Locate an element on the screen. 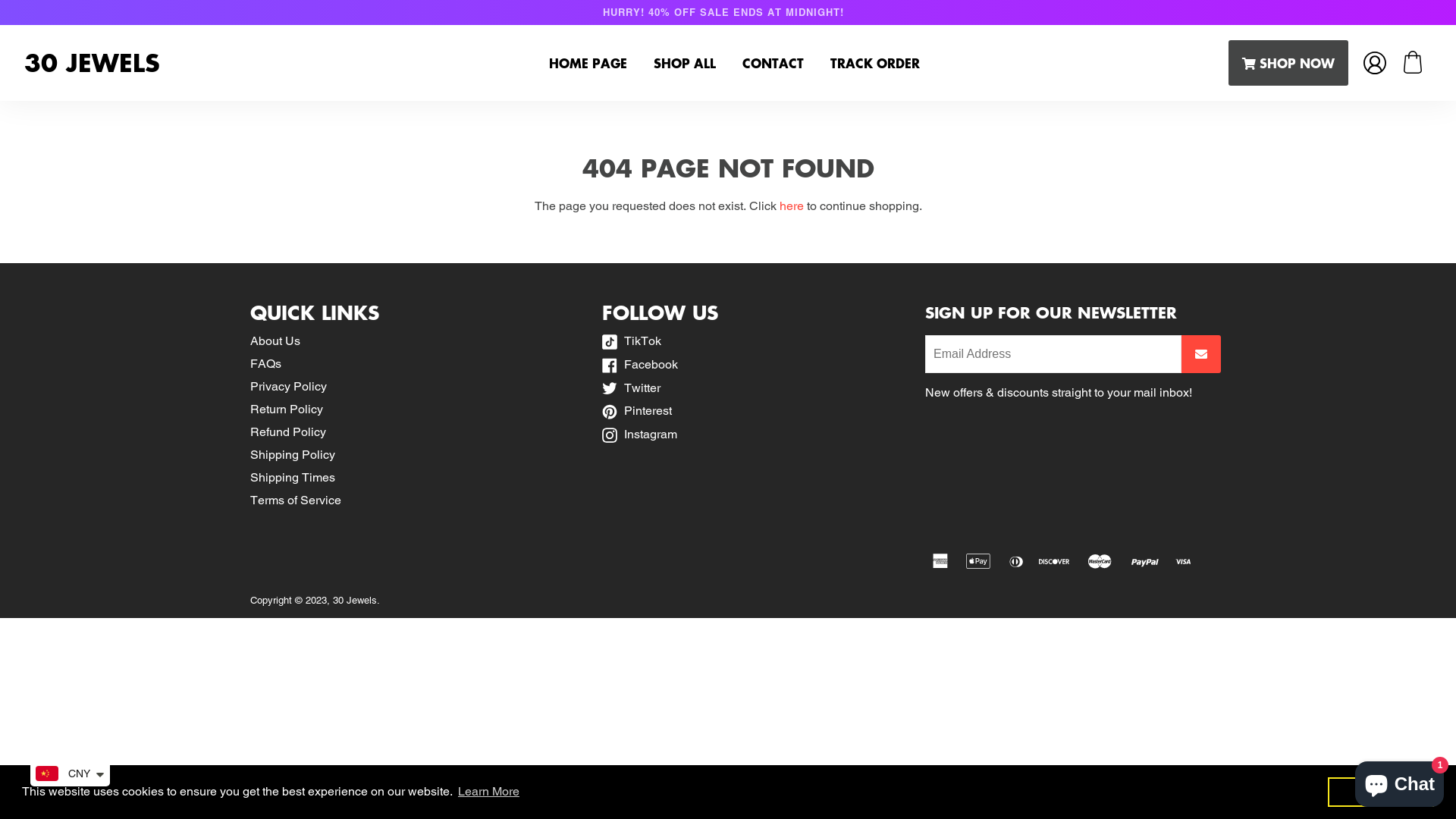  'Got it!' is located at coordinates (1380, 791).